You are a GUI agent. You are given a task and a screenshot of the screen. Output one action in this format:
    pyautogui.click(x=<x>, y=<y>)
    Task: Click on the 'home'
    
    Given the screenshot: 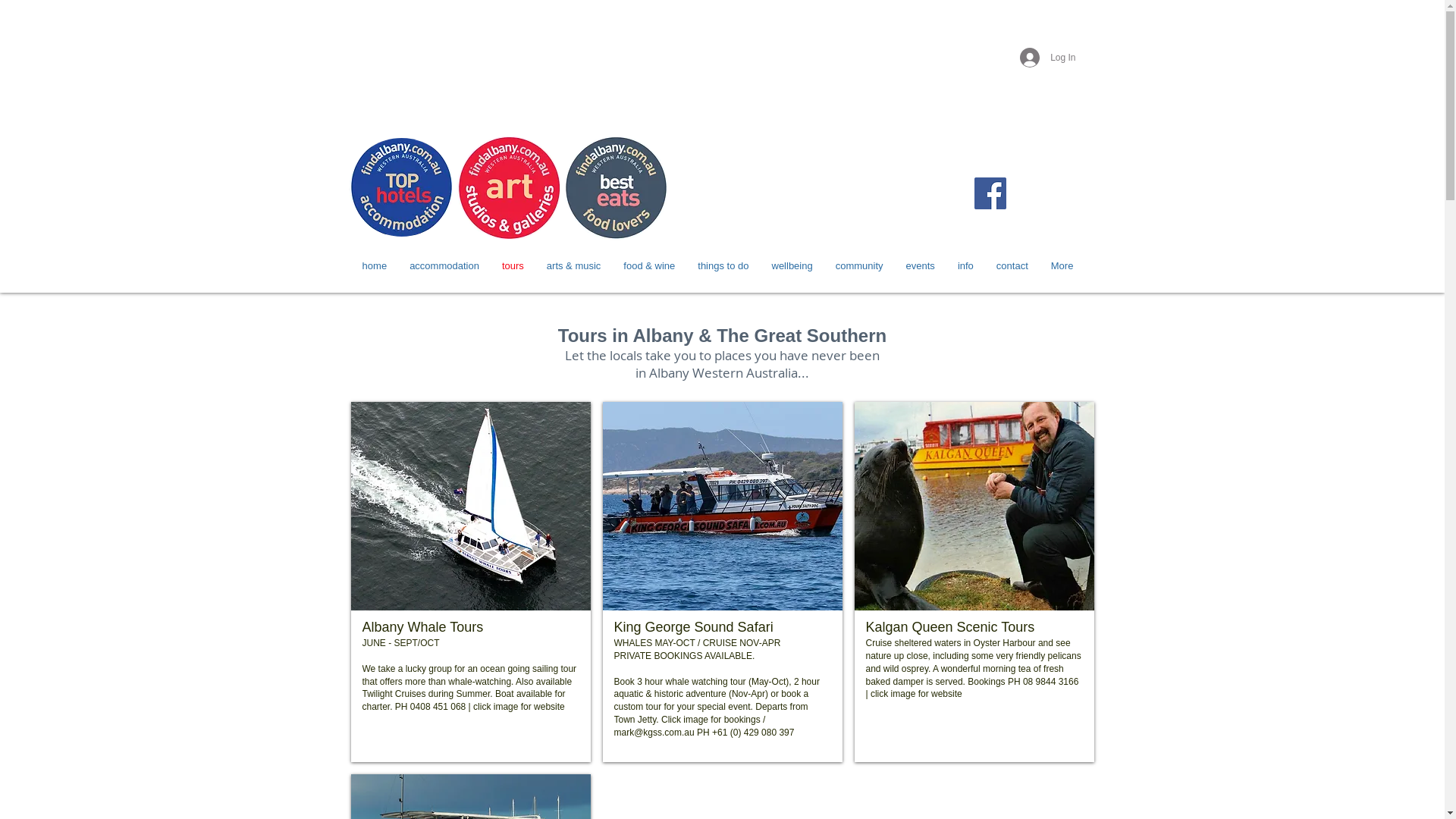 What is the action you would take?
    pyautogui.click(x=375, y=267)
    